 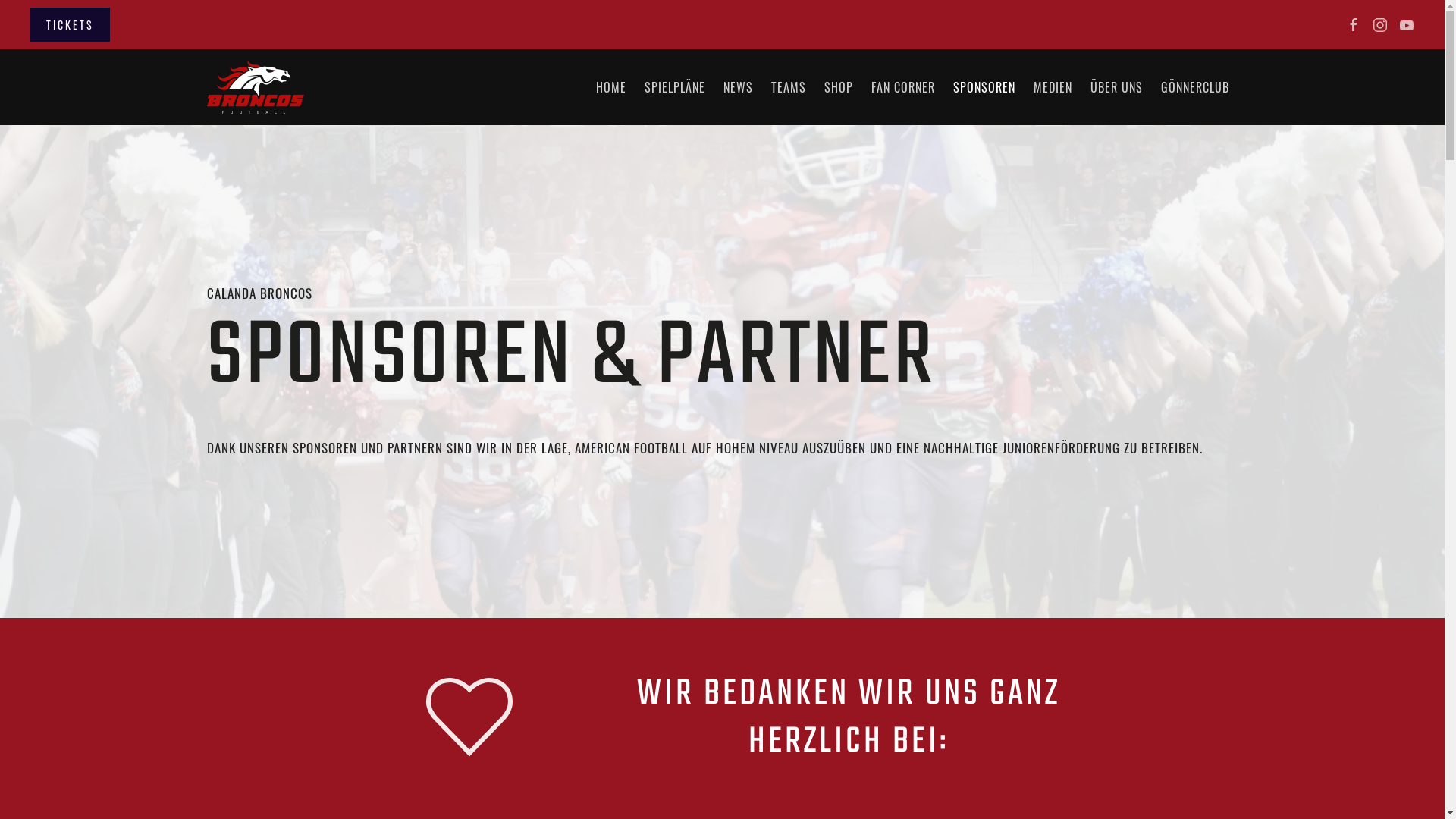 I want to click on 'SHOP', so click(x=836, y=87).